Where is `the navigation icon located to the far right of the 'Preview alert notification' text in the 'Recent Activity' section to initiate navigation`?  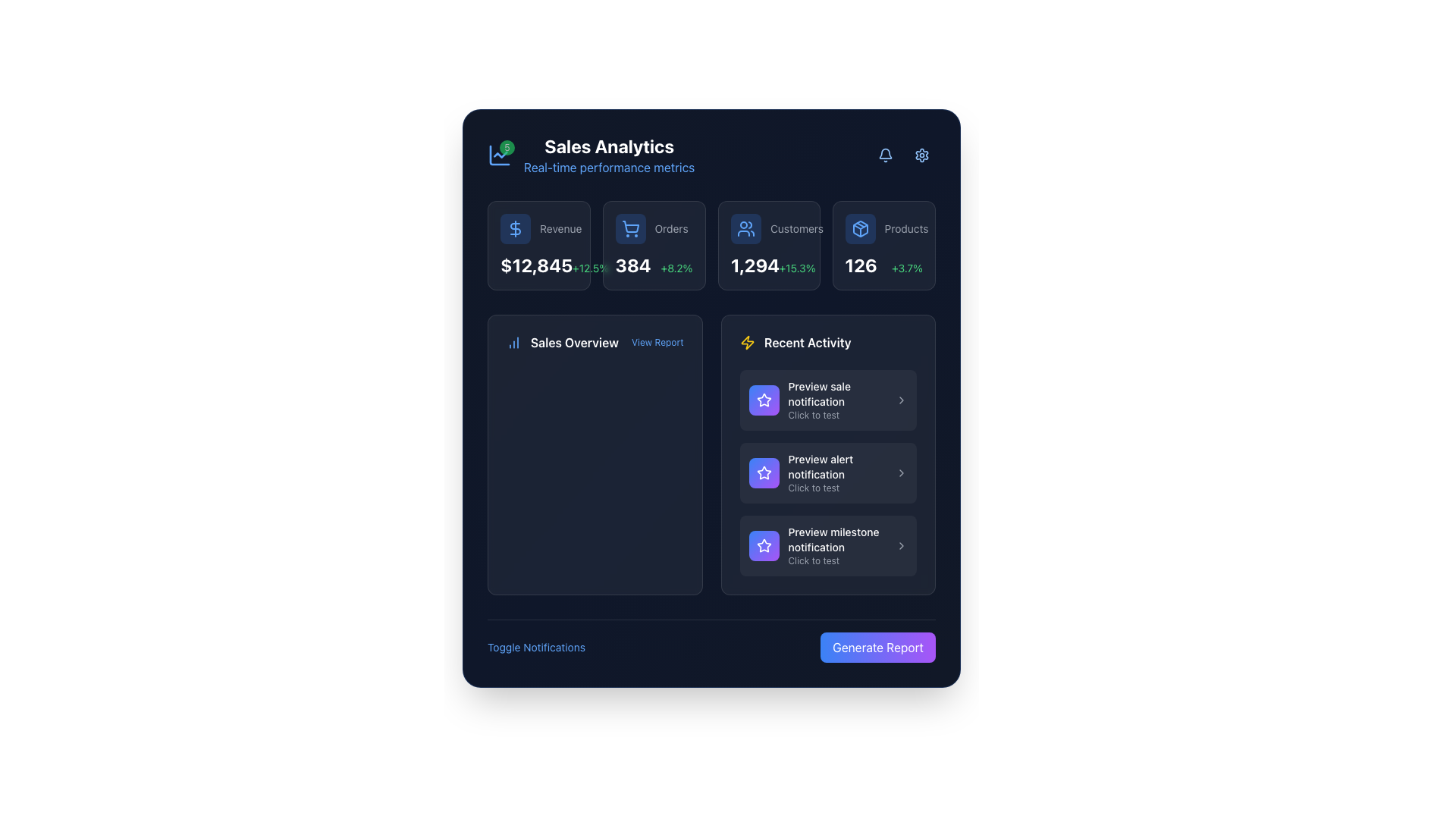 the navigation icon located to the far right of the 'Preview alert notification' text in the 'Recent Activity' section to initiate navigation is located at coordinates (902, 472).